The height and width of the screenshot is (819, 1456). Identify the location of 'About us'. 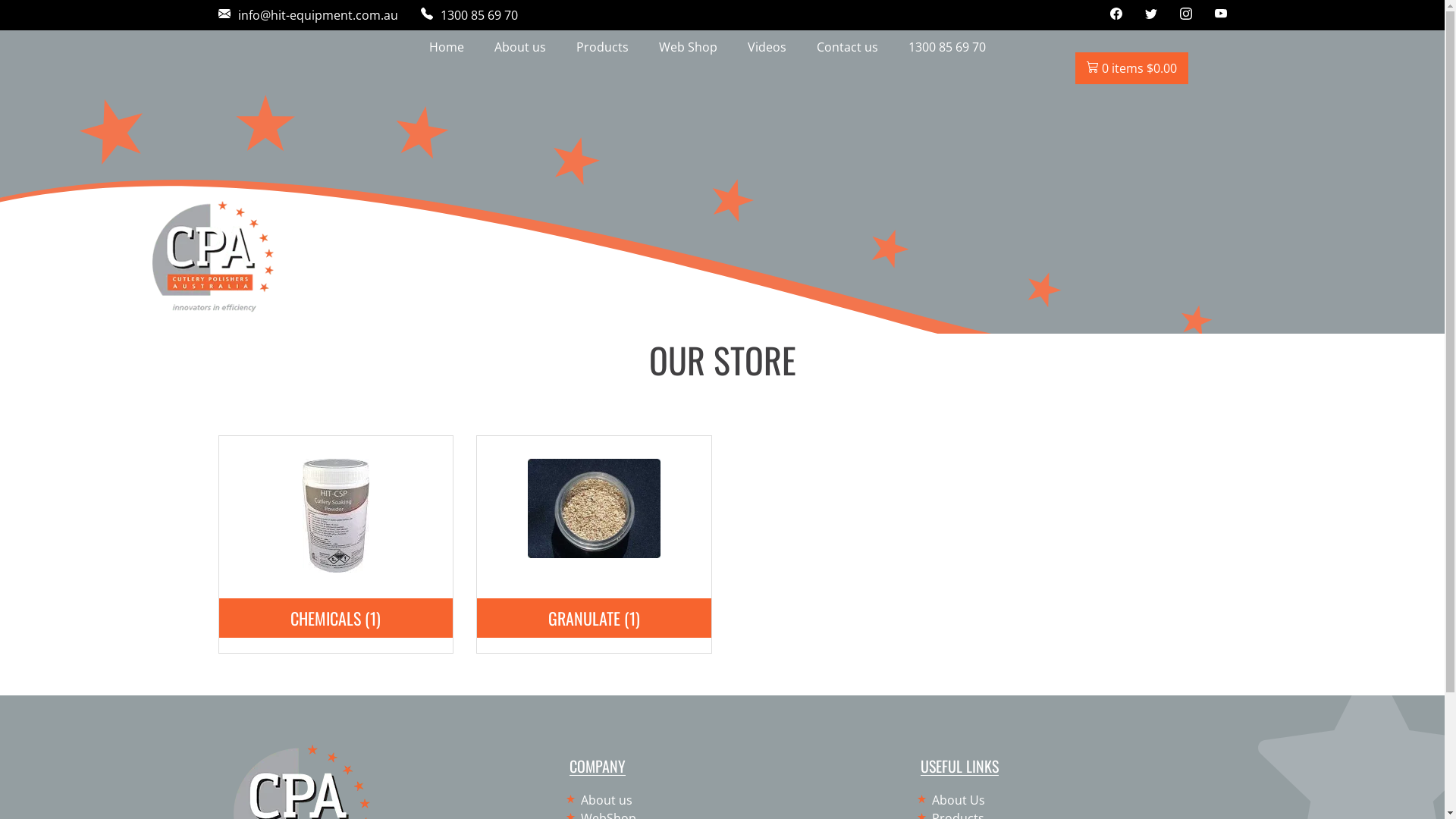
(520, 45).